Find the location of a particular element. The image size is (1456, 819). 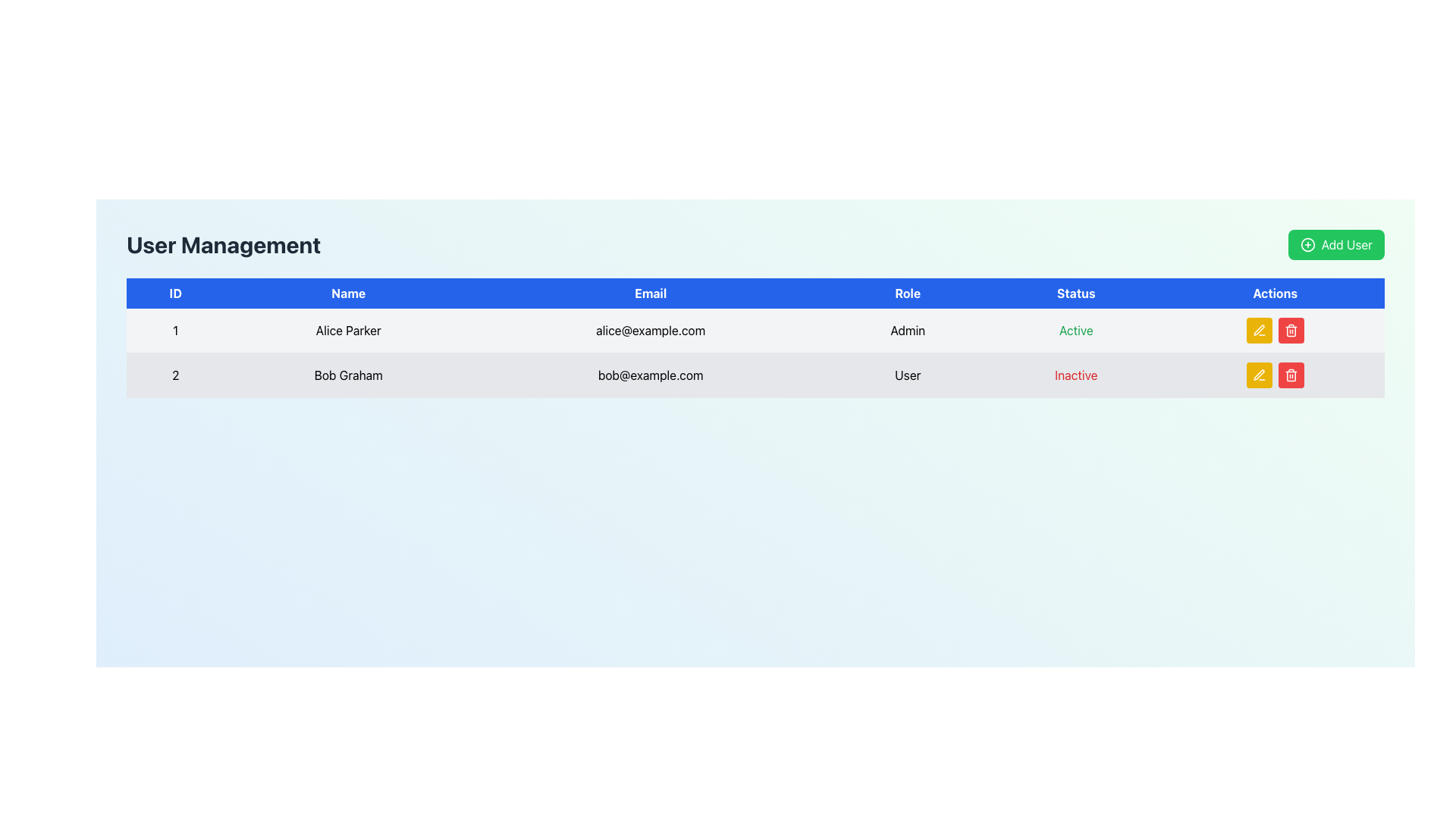

the pen icon button with a yellow background and white strokes located in the second row of the 'Actions' column in the user management table is located at coordinates (1259, 329).